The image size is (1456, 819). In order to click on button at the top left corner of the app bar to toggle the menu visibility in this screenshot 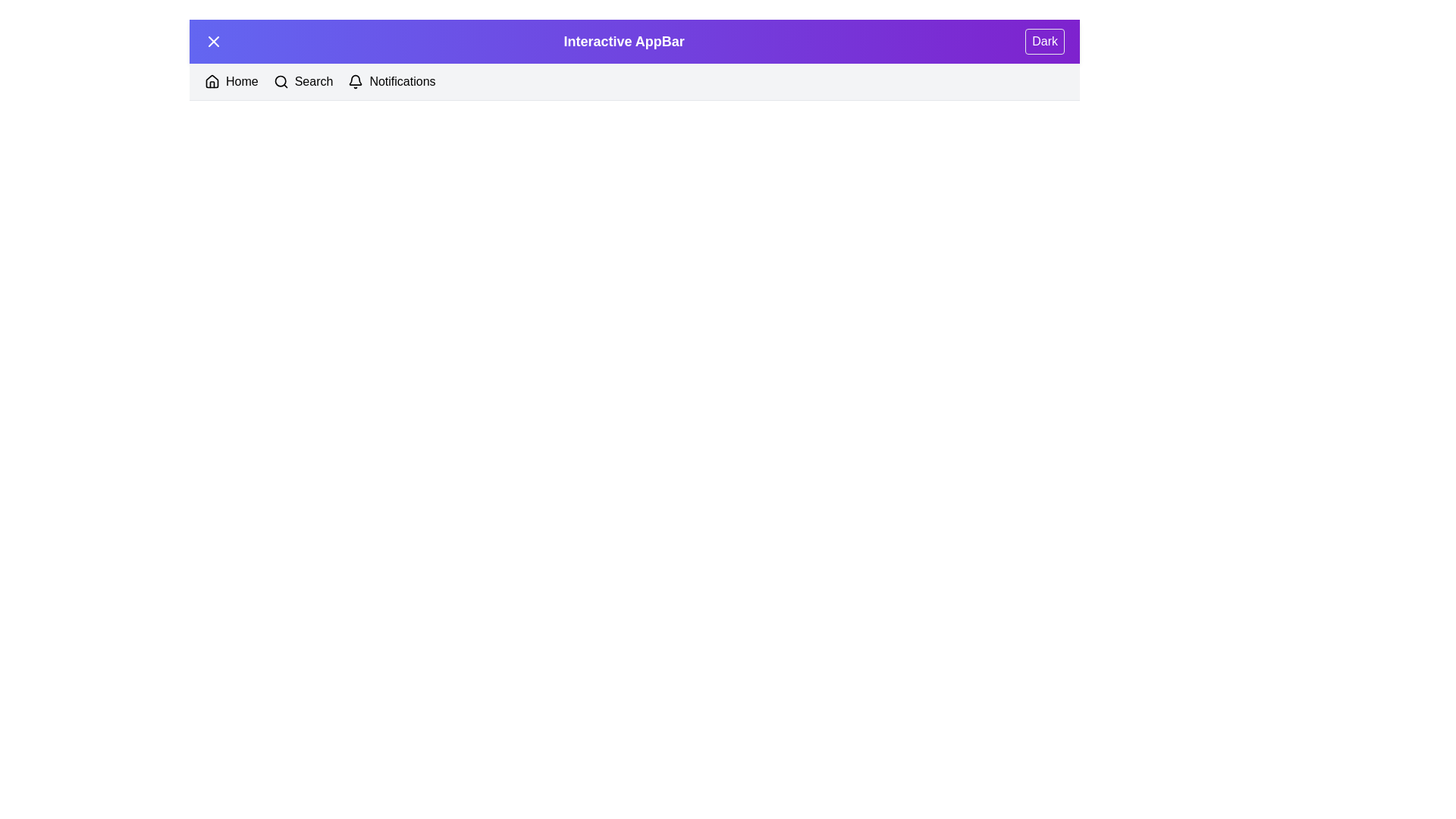, I will do `click(213, 40)`.